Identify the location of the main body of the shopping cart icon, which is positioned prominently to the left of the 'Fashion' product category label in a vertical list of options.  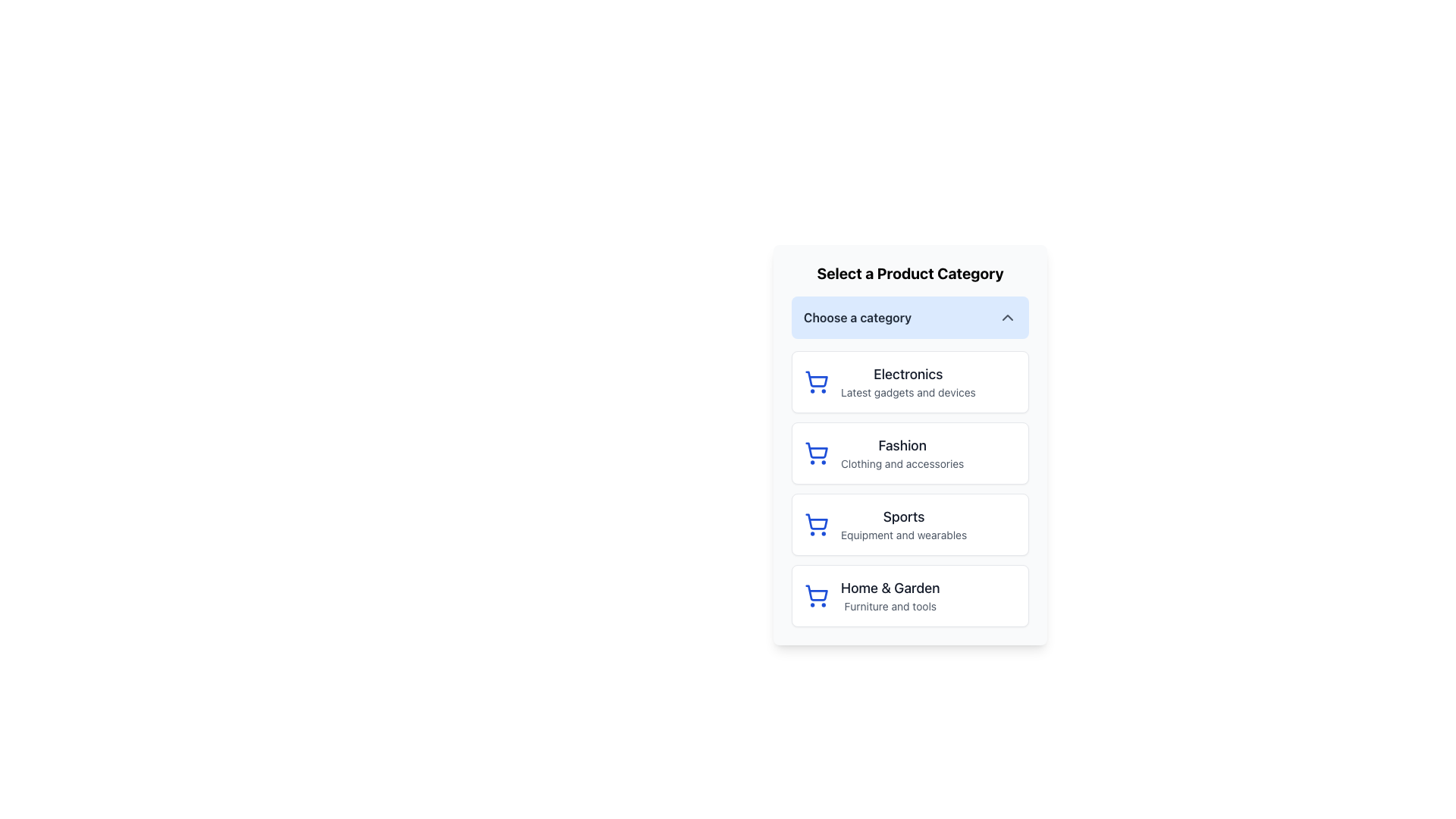
(816, 450).